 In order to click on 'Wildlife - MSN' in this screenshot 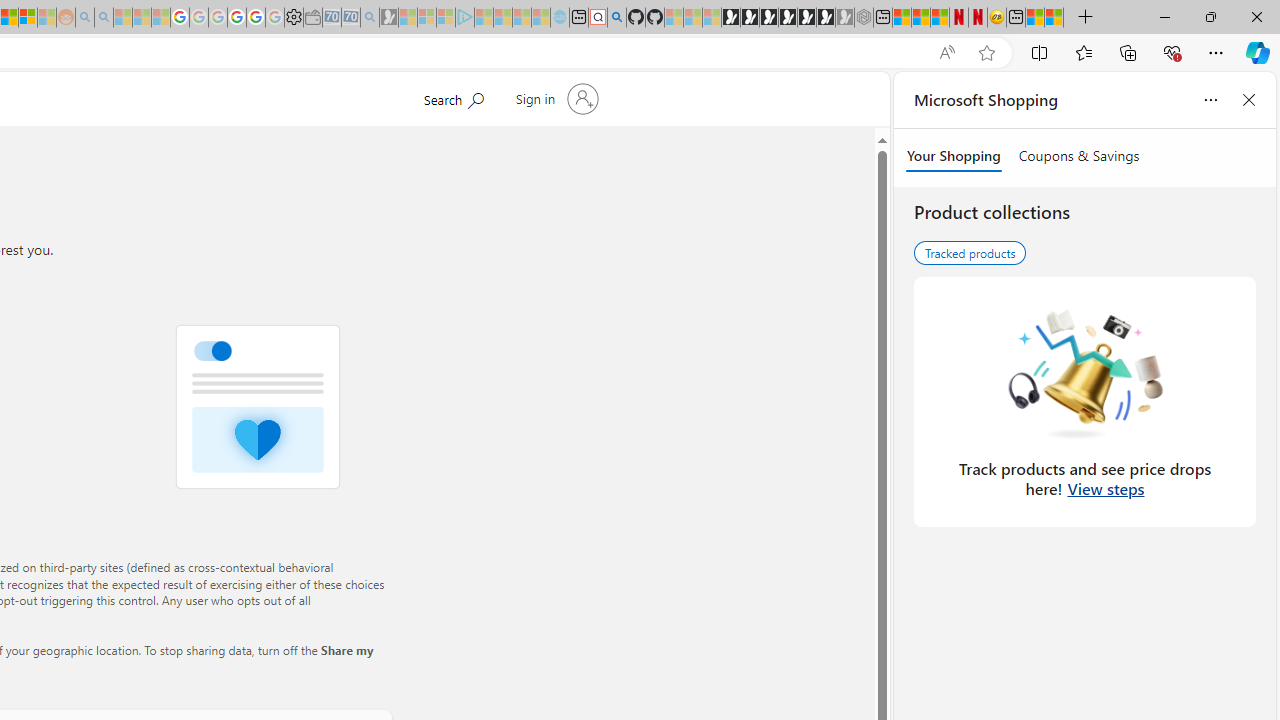, I will do `click(1035, 17)`.